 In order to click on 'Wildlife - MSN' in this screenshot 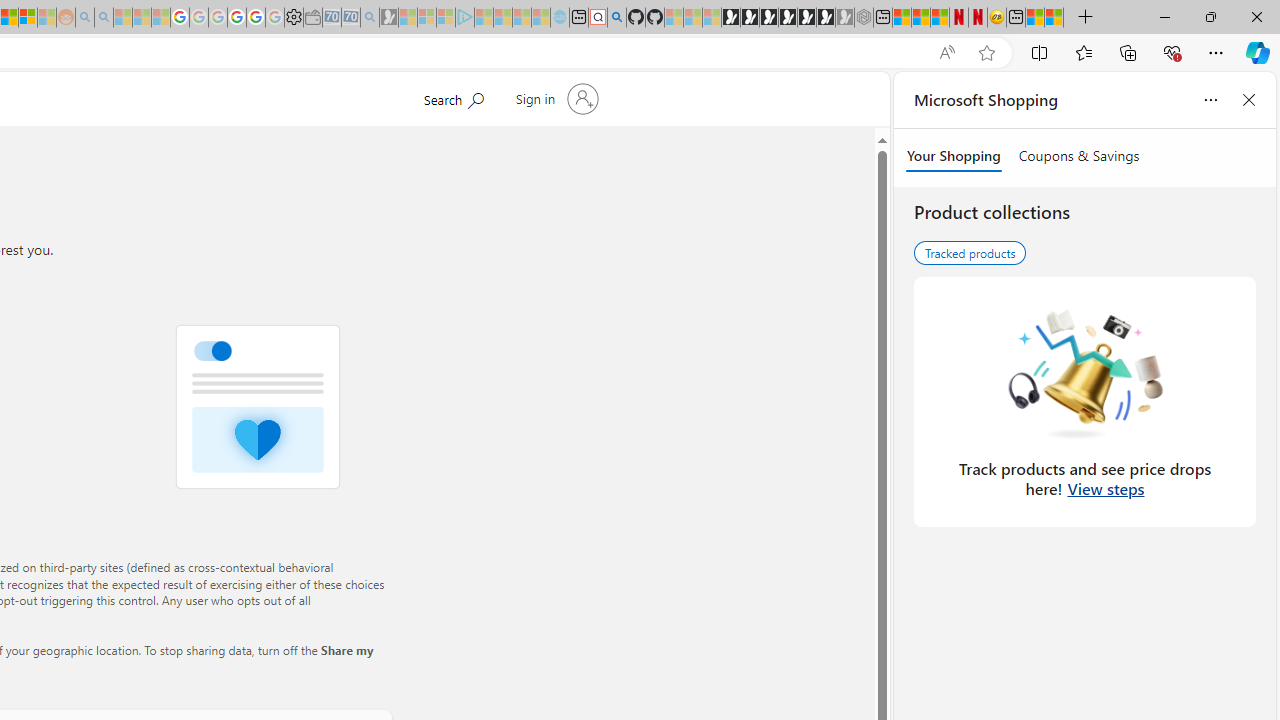, I will do `click(1035, 17)`.